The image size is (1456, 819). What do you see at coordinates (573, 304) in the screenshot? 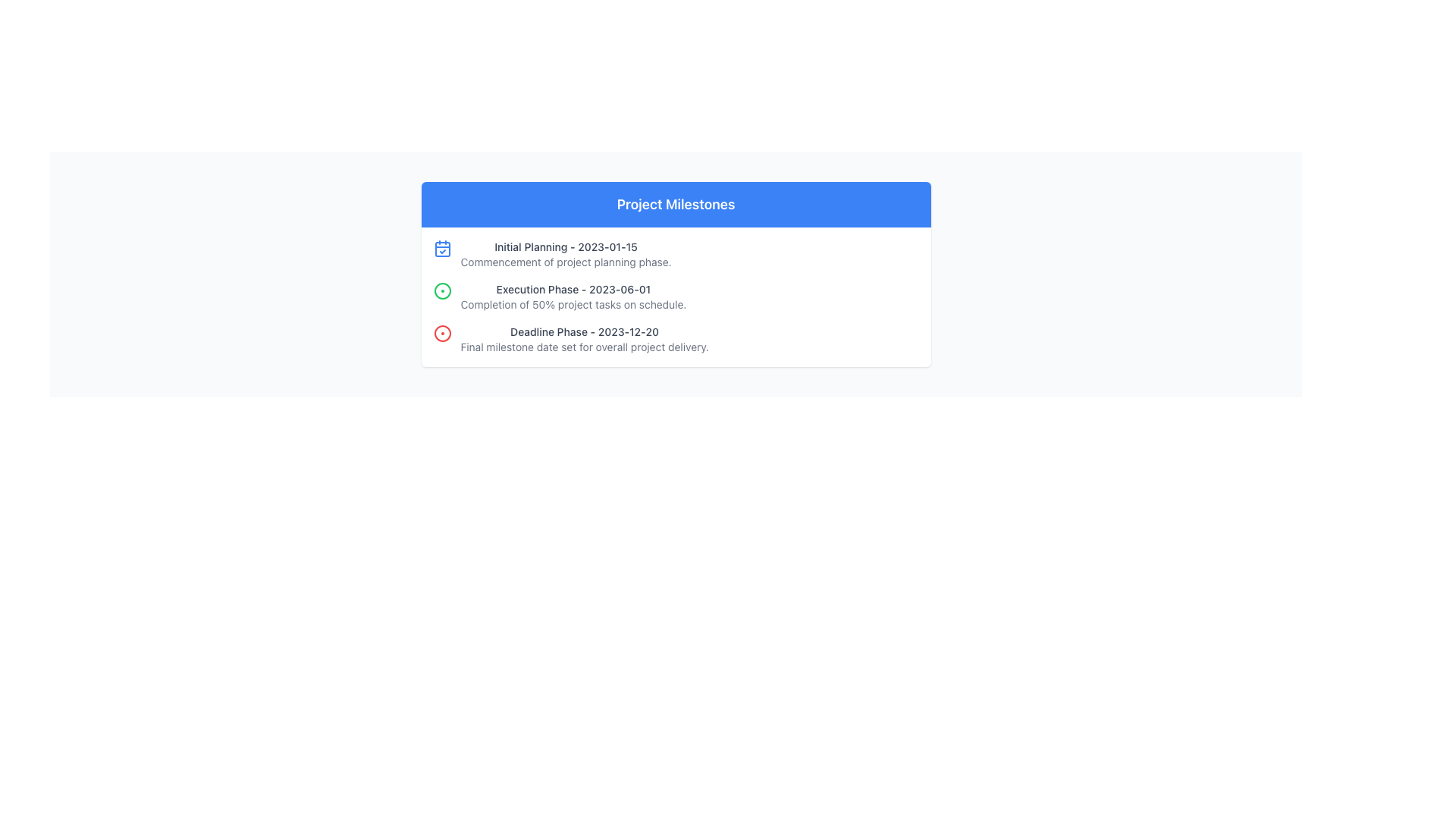
I see `the text label displaying 'Completion of 50% project tasks on schedule,' which is located under the header 'Execution Phase - 2023-06-01' within the 'Project Milestones' card` at bounding box center [573, 304].